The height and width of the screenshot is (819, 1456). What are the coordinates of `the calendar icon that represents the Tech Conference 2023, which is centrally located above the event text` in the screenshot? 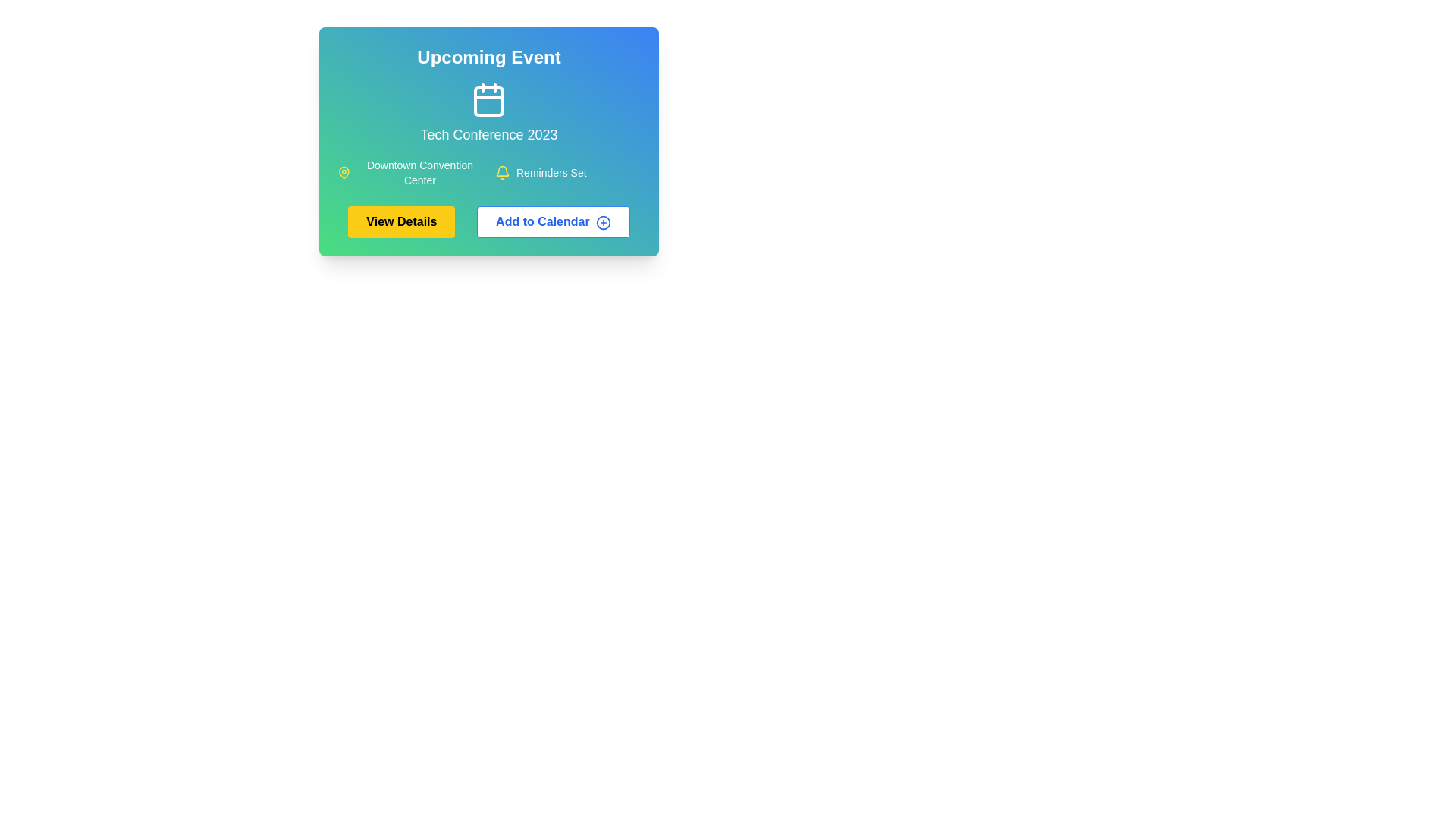 It's located at (488, 99).